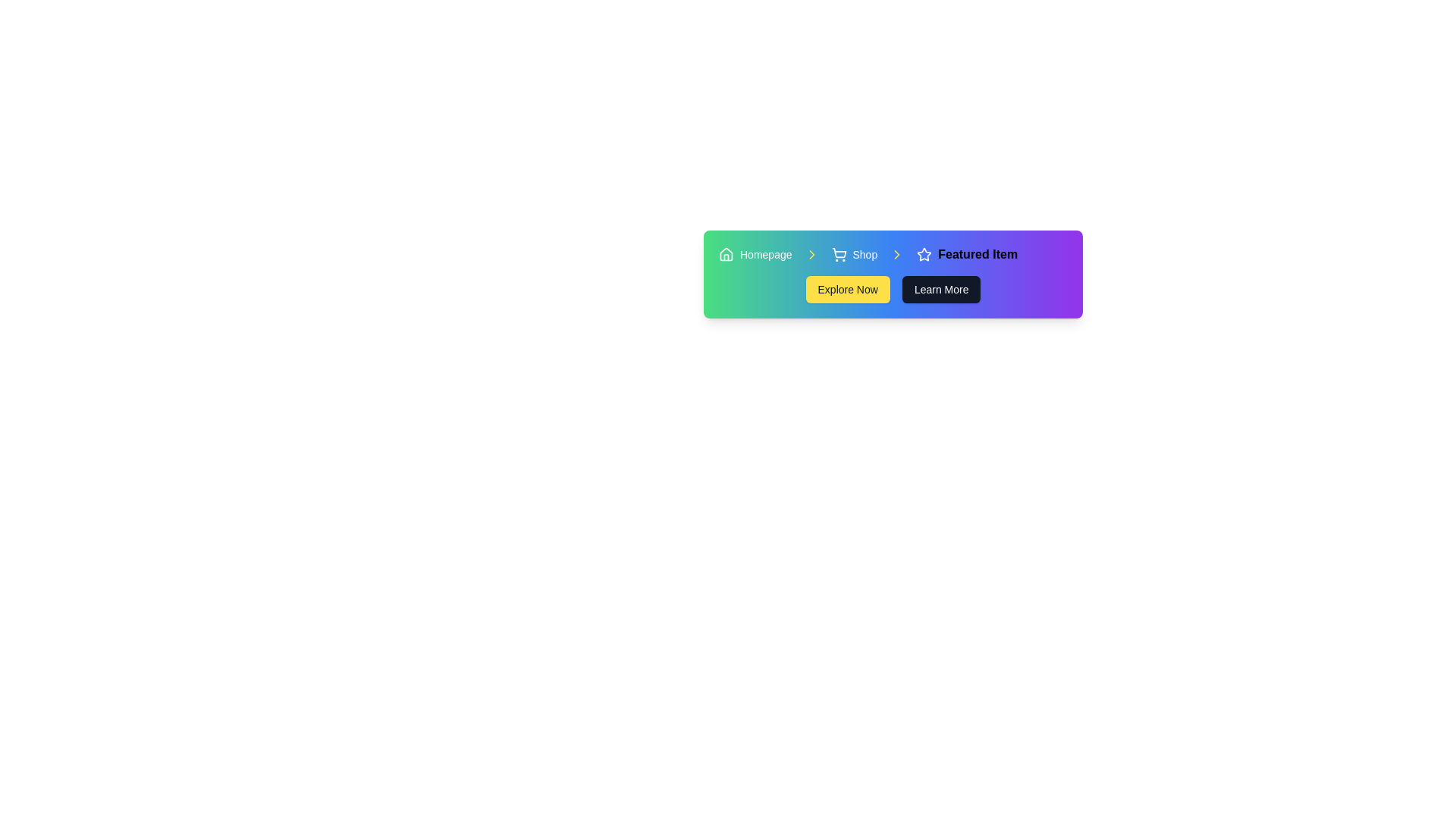  I want to click on the hyperlink located near the top-left side of the navigation bar, which redirects the user to the homepage, so click(766, 253).